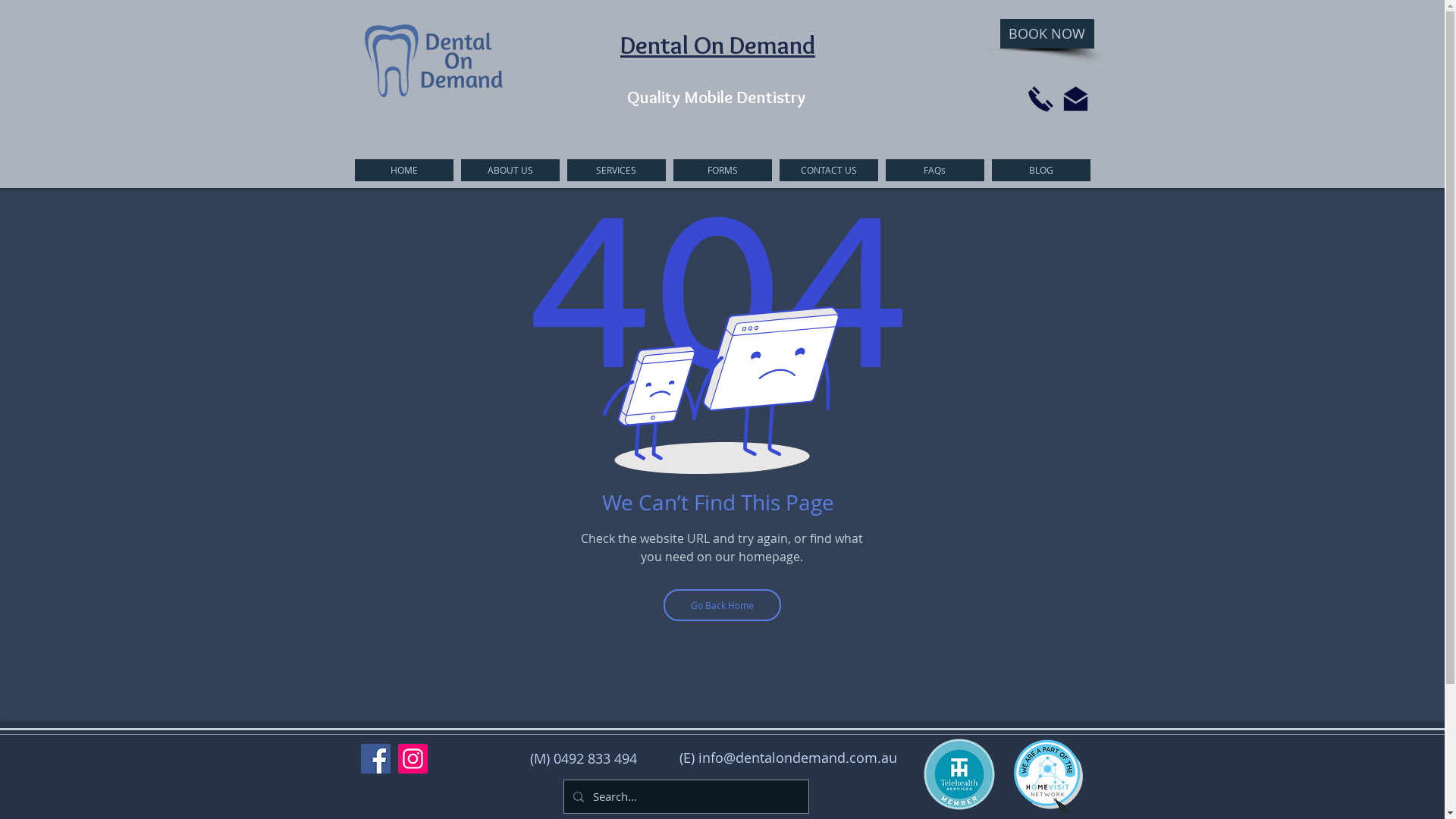 The width and height of the screenshot is (1456, 819). I want to click on 'BOOK NOW', so click(1046, 33).